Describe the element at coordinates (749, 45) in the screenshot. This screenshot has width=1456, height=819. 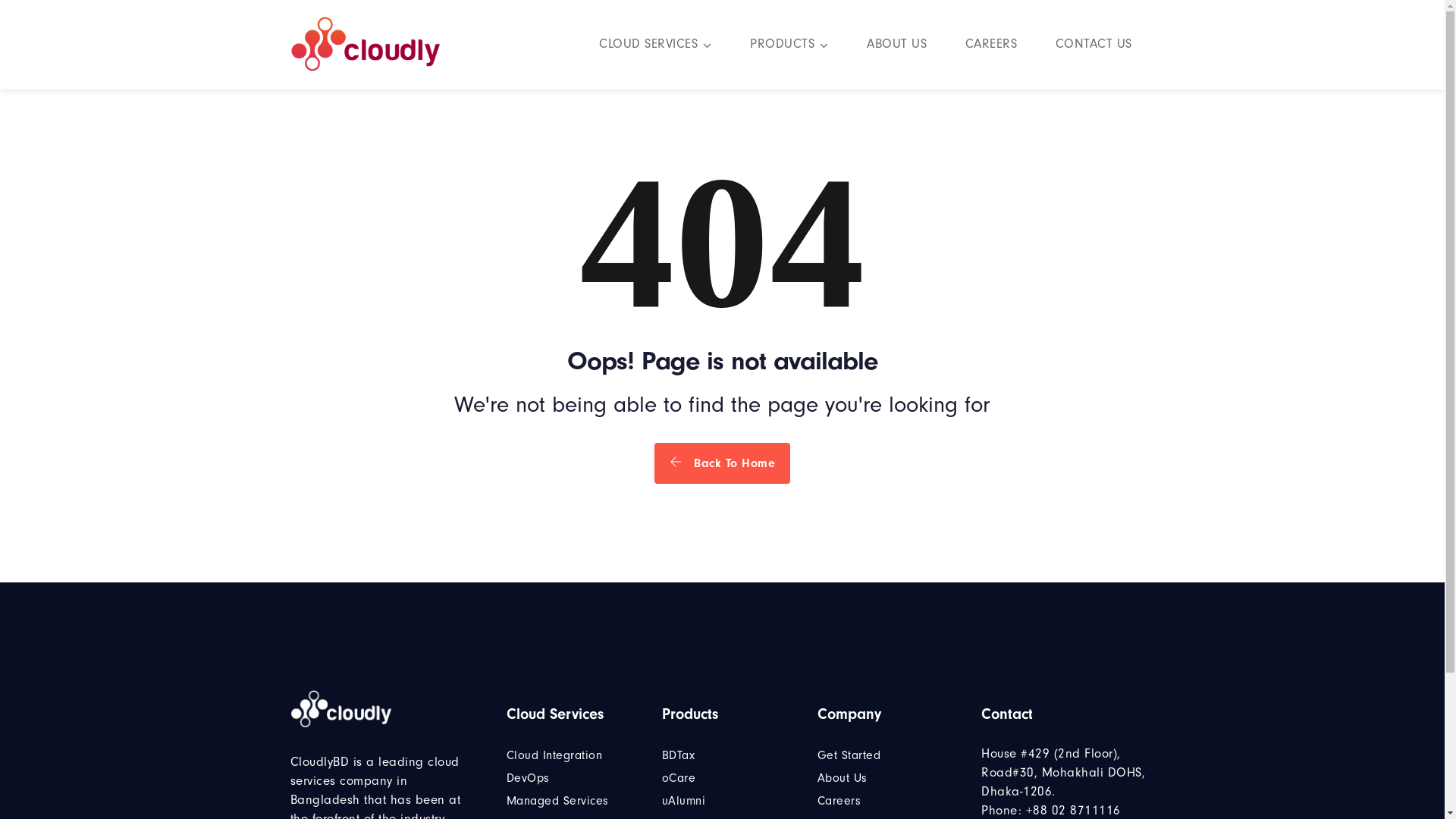
I see `'PRODUCTS'` at that location.